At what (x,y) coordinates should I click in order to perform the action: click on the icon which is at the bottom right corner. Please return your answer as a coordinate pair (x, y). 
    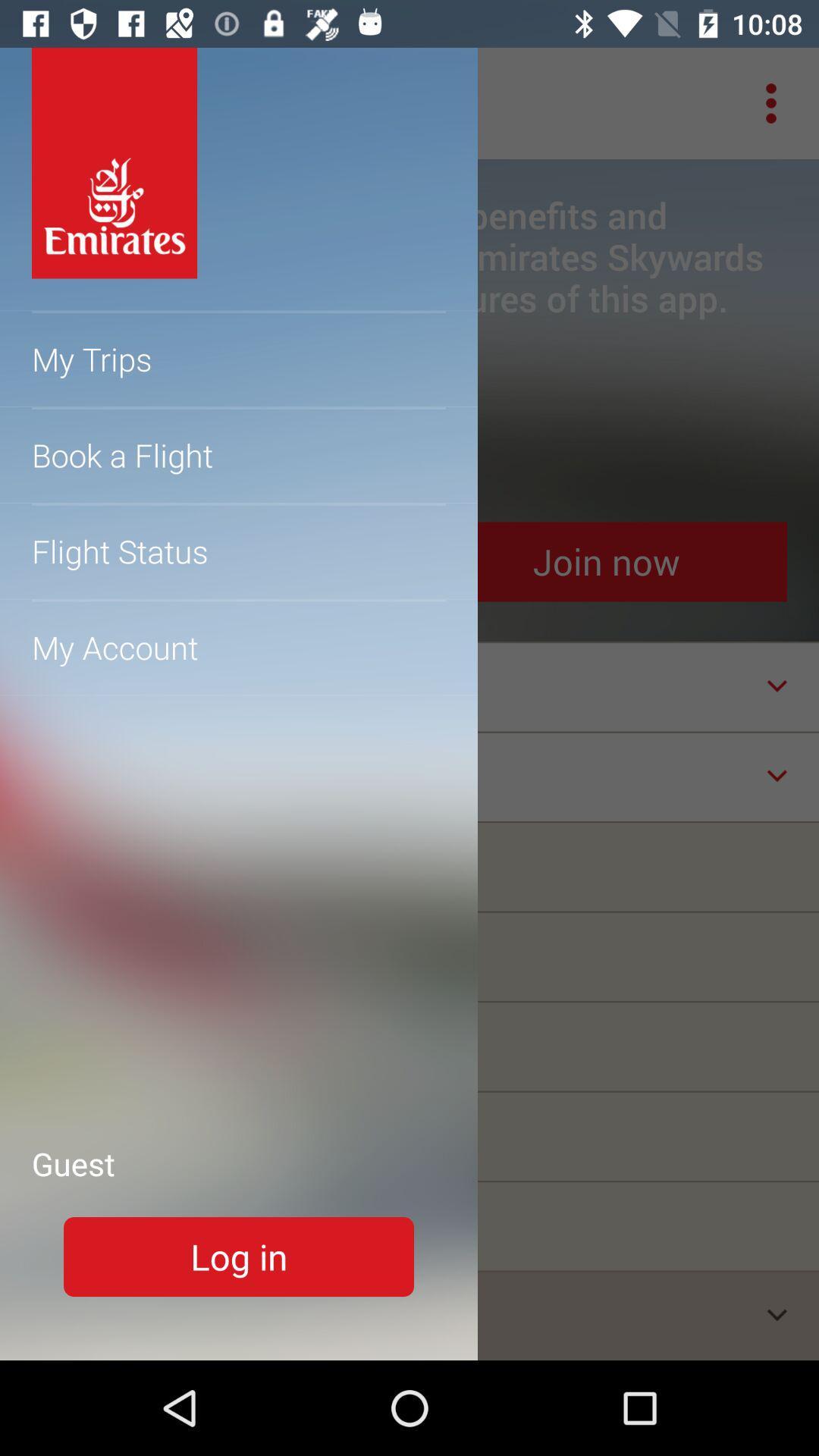
    Looking at the image, I should click on (777, 1314).